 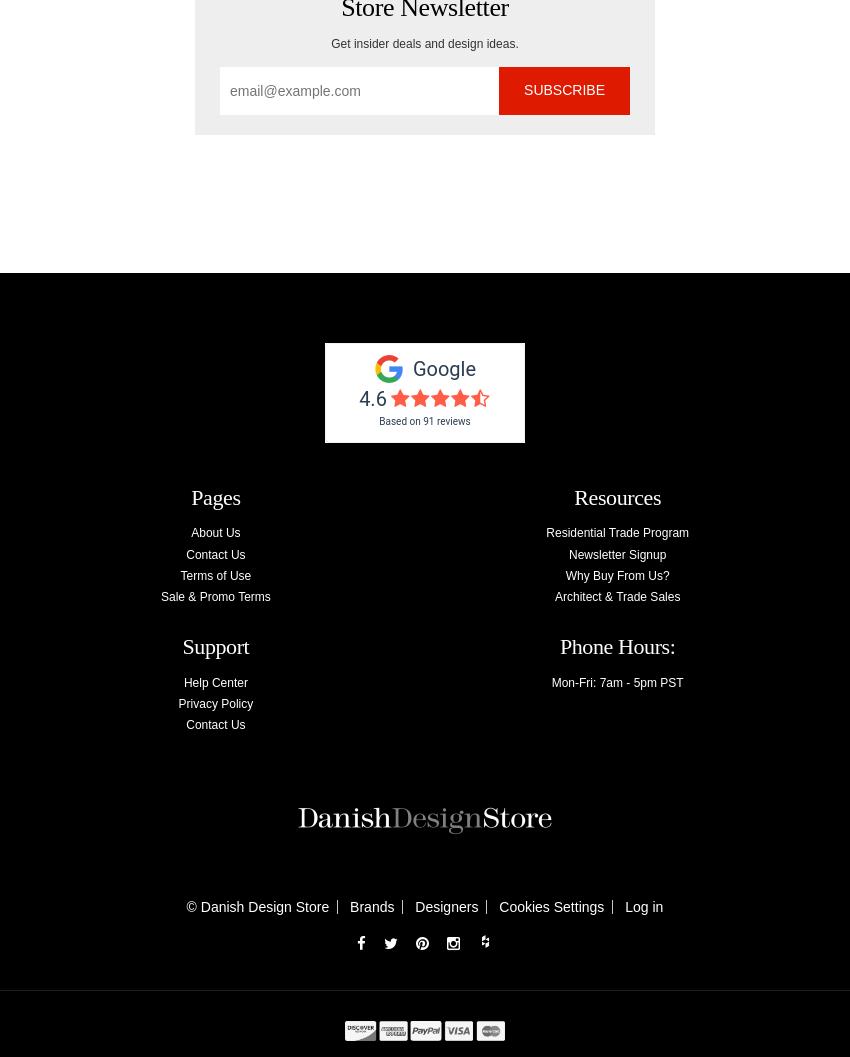 What do you see at coordinates (616, 680) in the screenshot?
I see `'Mon-Fri: 7am - 5pm PST'` at bounding box center [616, 680].